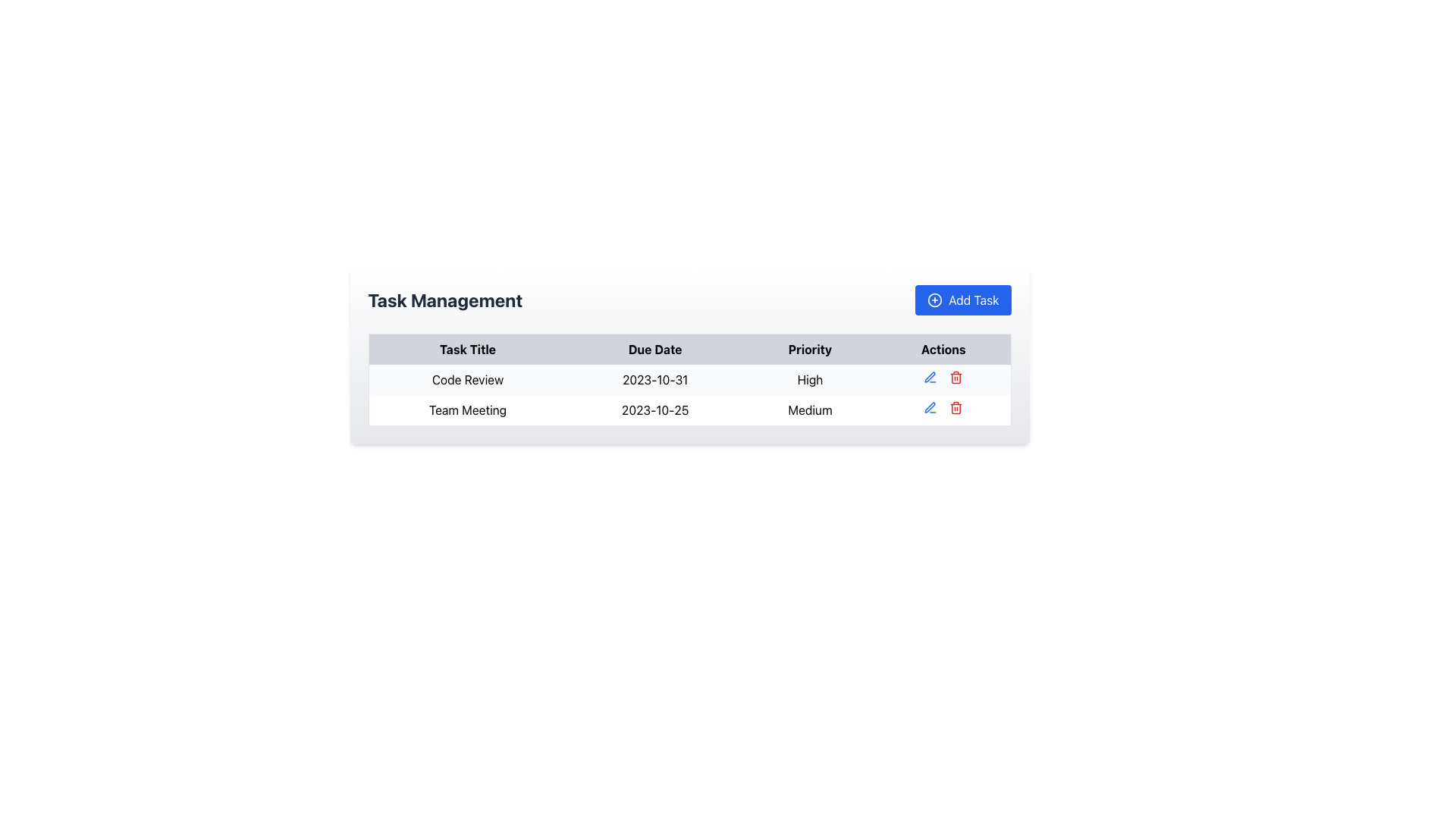 The height and width of the screenshot is (819, 1456). Describe the element at coordinates (466, 379) in the screenshot. I see `the Text Label displaying 'Code Review' which is located in the first row of the table under the 'Task Title' column` at that location.